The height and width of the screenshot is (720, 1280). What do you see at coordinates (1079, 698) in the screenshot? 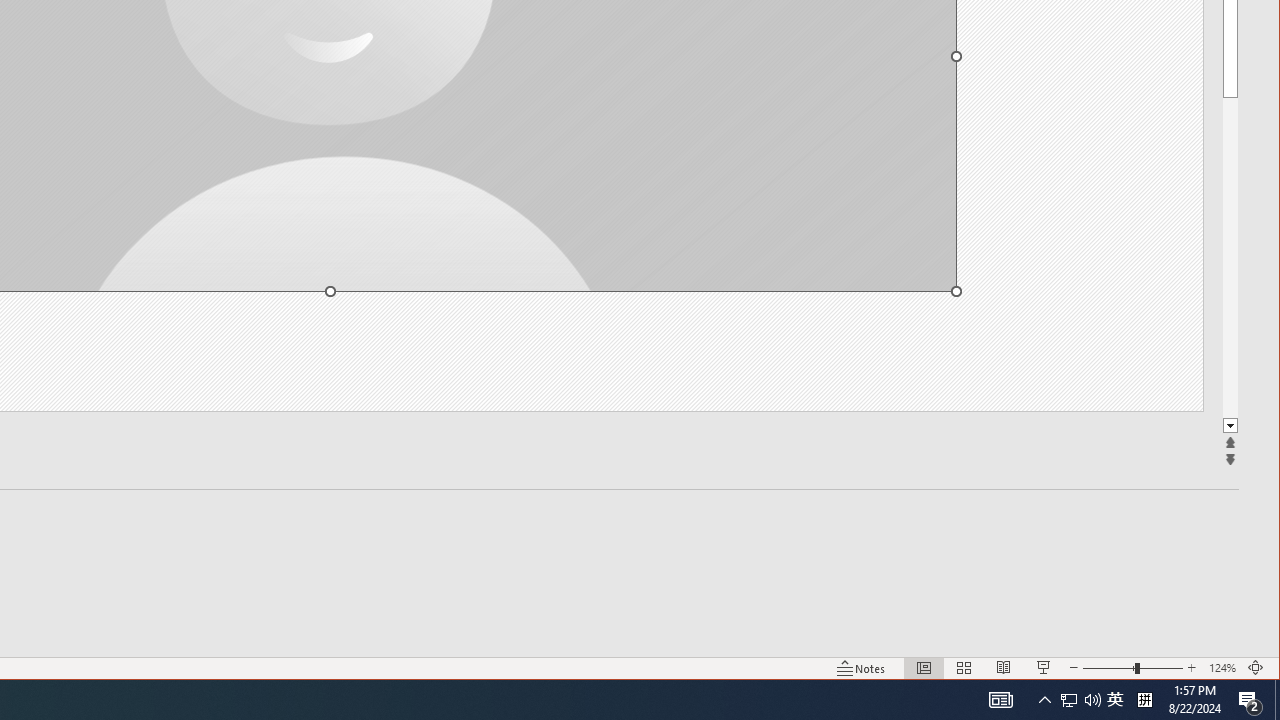
I see `'User Promoted Notification Area'` at bounding box center [1079, 698].